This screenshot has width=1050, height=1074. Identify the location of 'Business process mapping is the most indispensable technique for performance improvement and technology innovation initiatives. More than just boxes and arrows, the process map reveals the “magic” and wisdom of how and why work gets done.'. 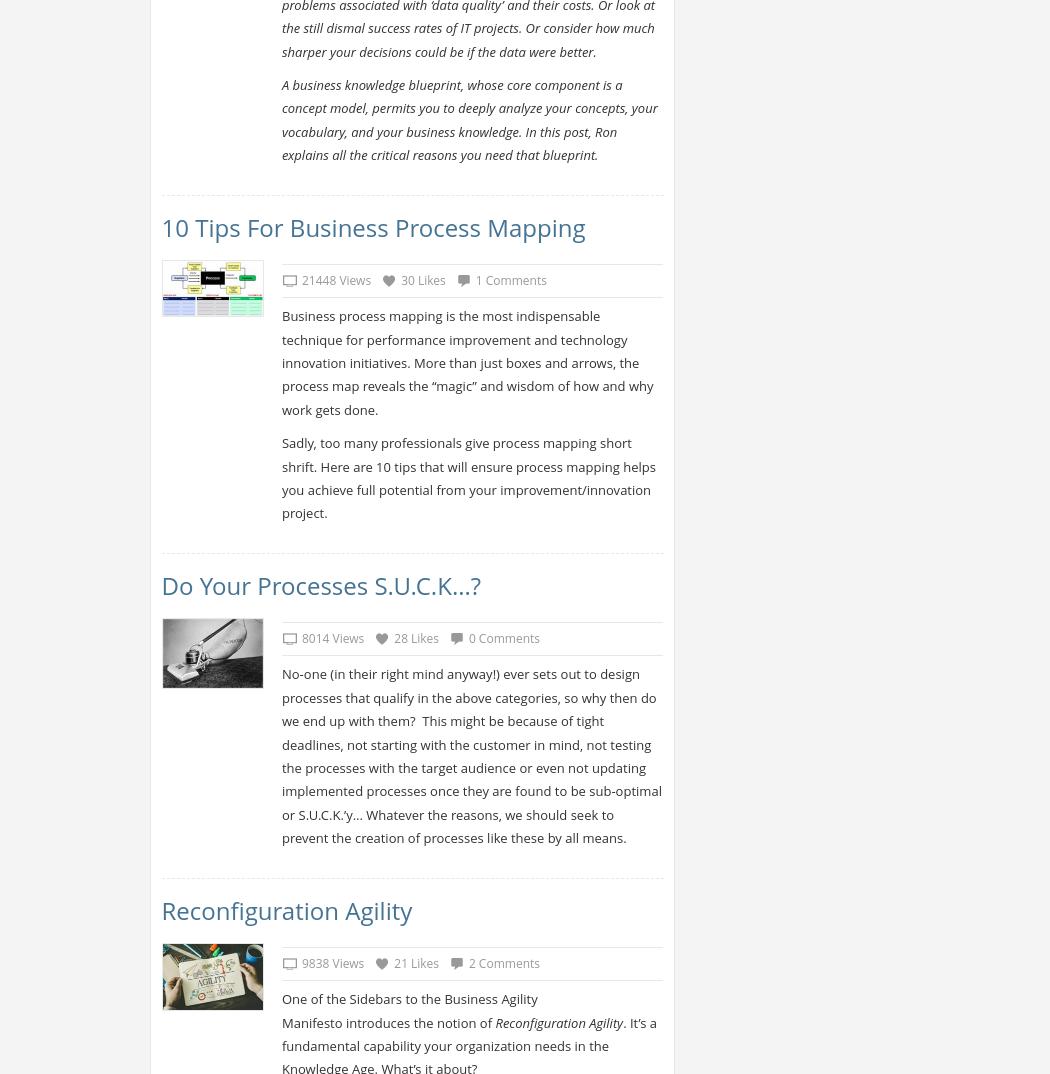
(467, 361).